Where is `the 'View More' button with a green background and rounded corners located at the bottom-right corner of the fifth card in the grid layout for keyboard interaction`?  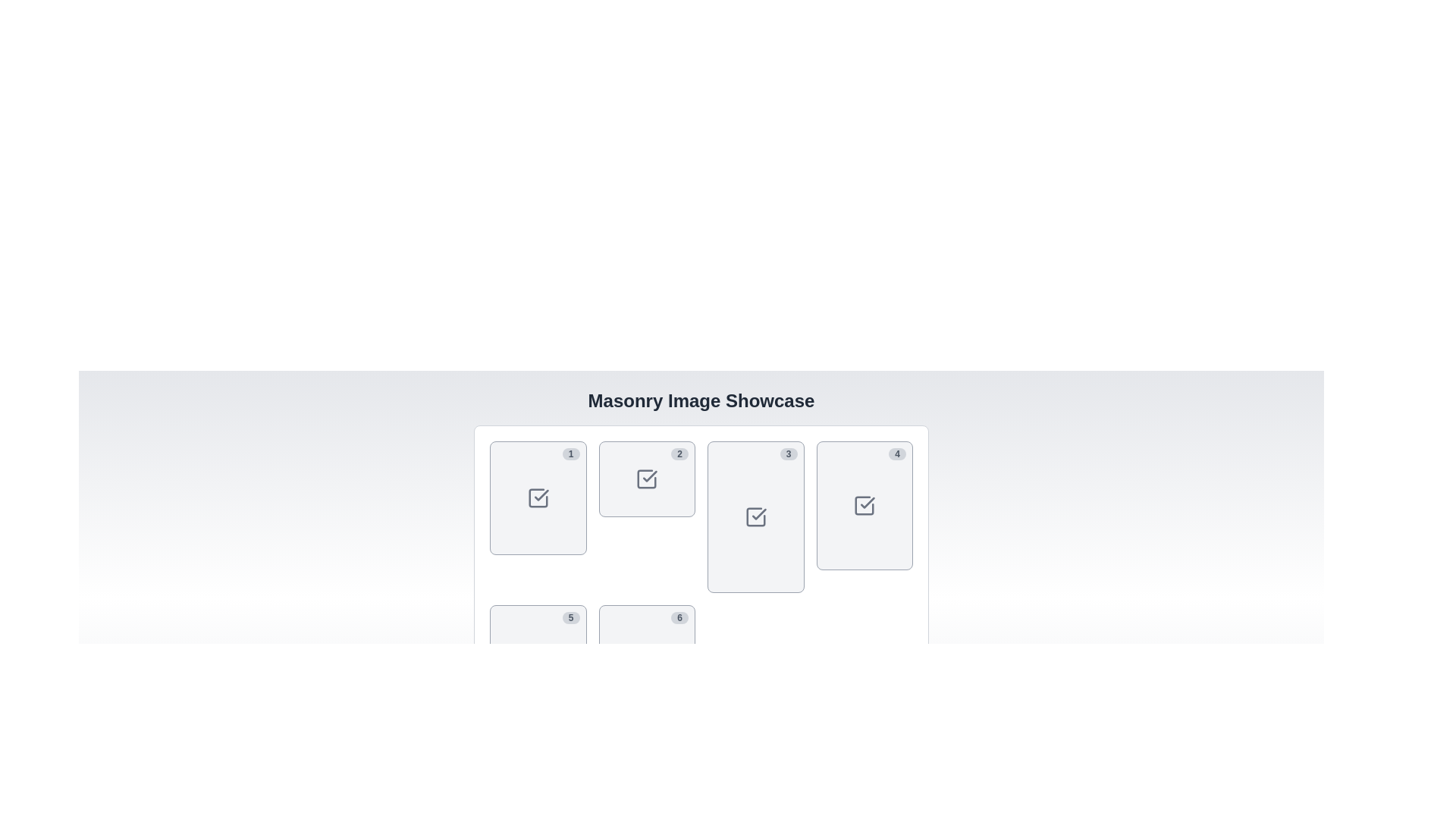
the 'View More' button with a green background and rounded corners located at the bottom-right corner of the fifth card in the grid layout for keyboard interaction is located at coordinates (538, 654).